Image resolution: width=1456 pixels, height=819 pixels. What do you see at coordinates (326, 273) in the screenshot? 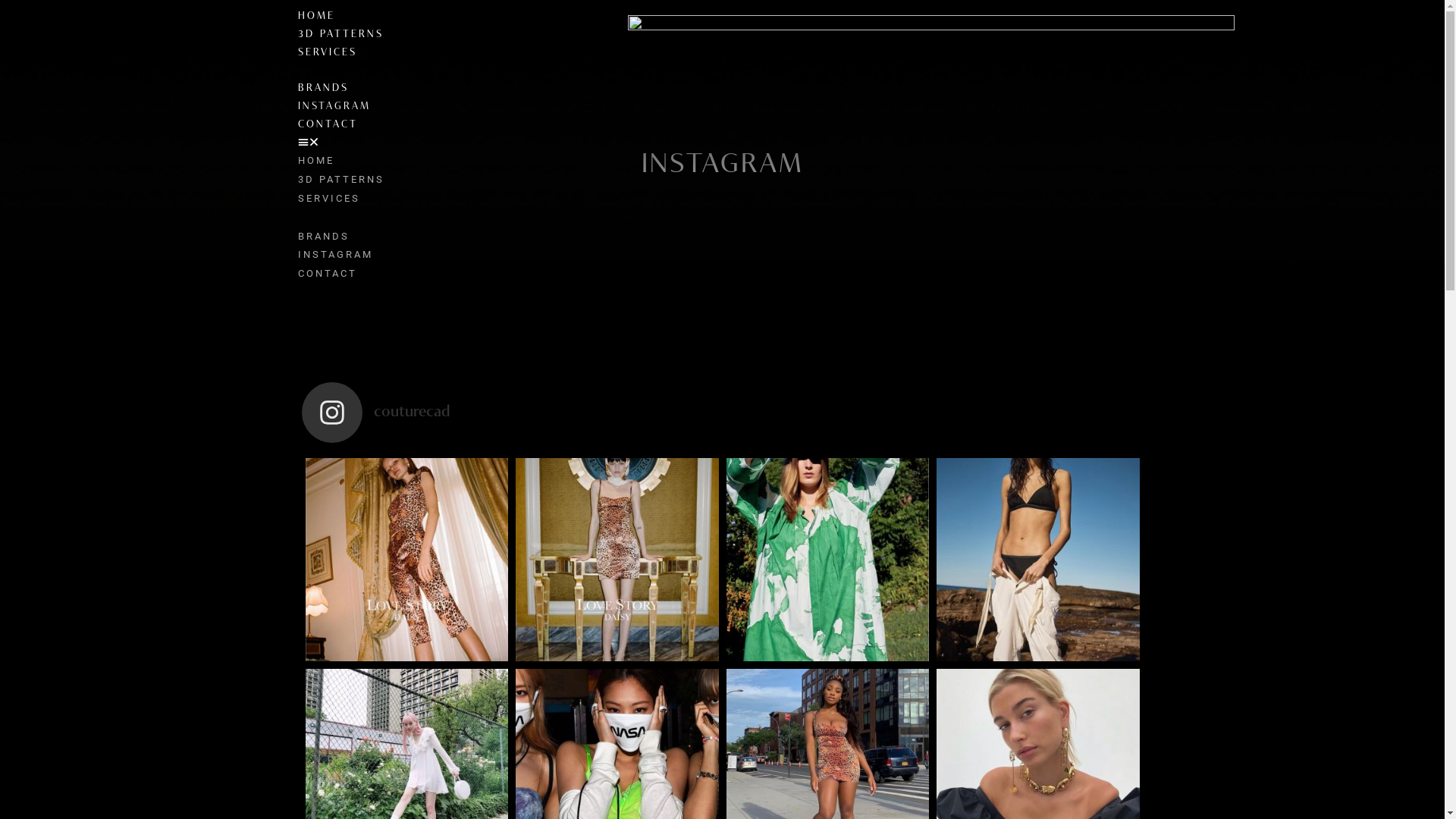
I see `'CONTACT'` at bounding box center [326, 273].